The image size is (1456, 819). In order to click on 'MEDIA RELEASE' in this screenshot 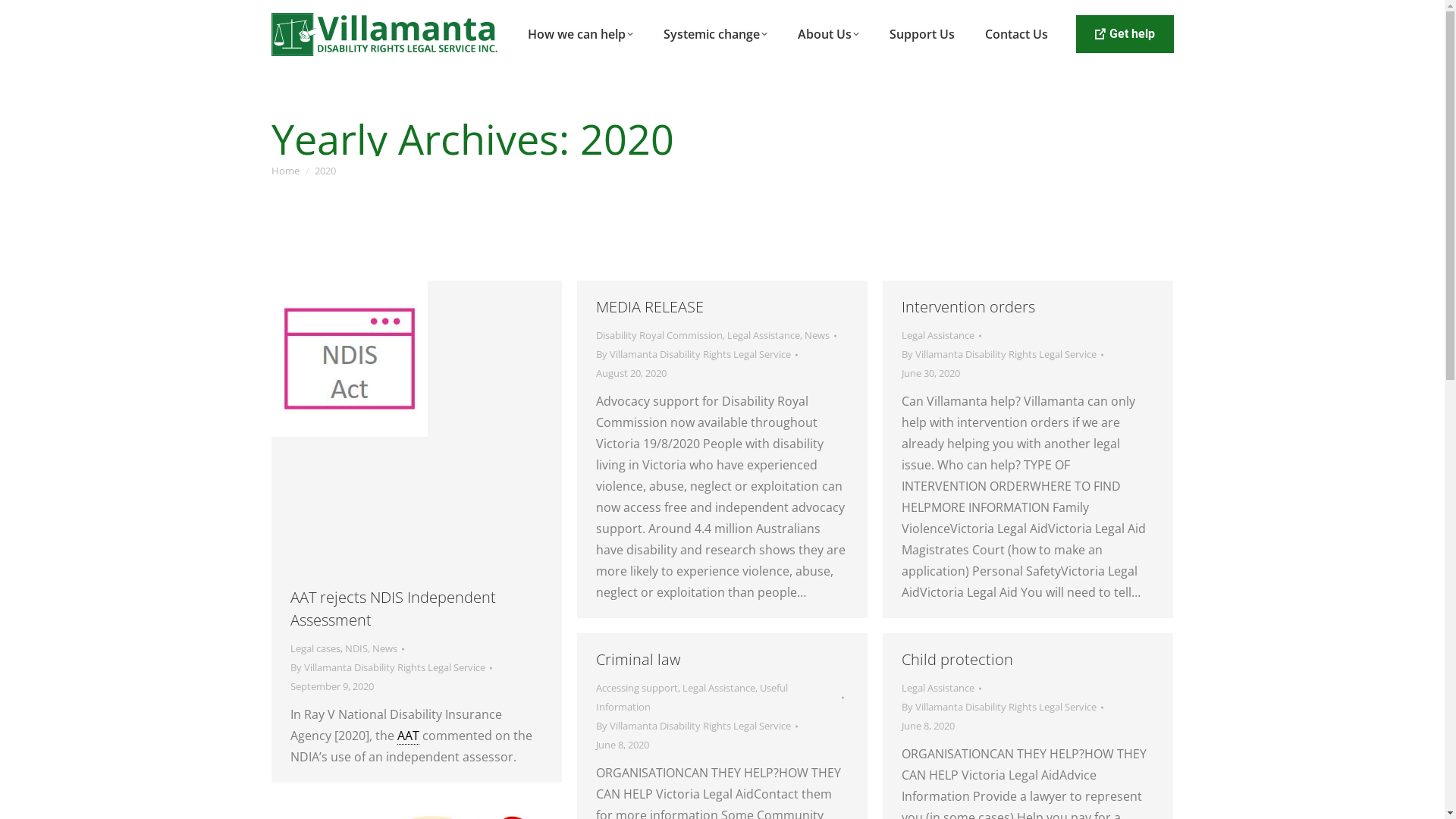, I will do `click(650, 306)`.